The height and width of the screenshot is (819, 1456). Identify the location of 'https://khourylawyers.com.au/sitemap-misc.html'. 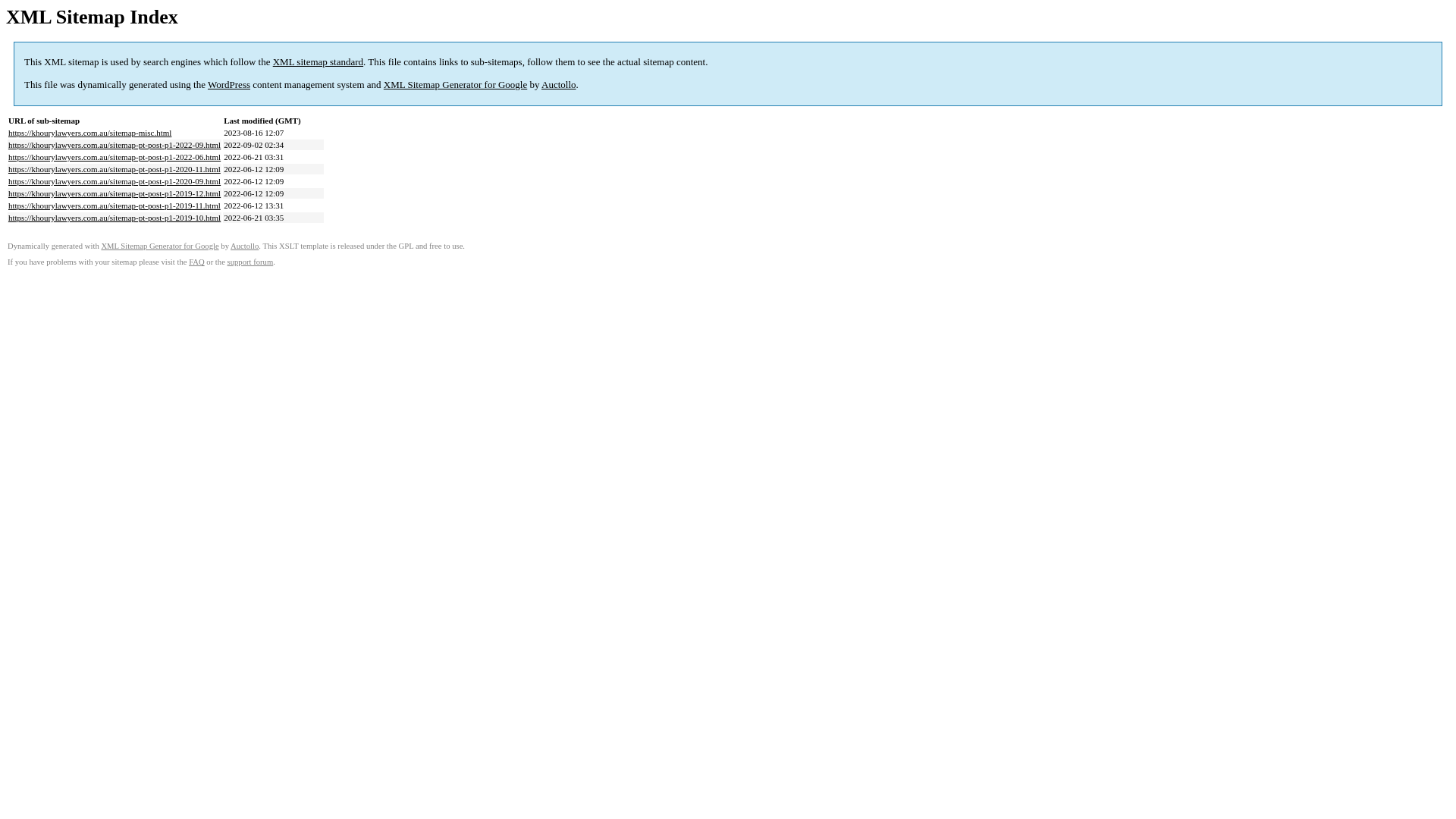
(89, 131).